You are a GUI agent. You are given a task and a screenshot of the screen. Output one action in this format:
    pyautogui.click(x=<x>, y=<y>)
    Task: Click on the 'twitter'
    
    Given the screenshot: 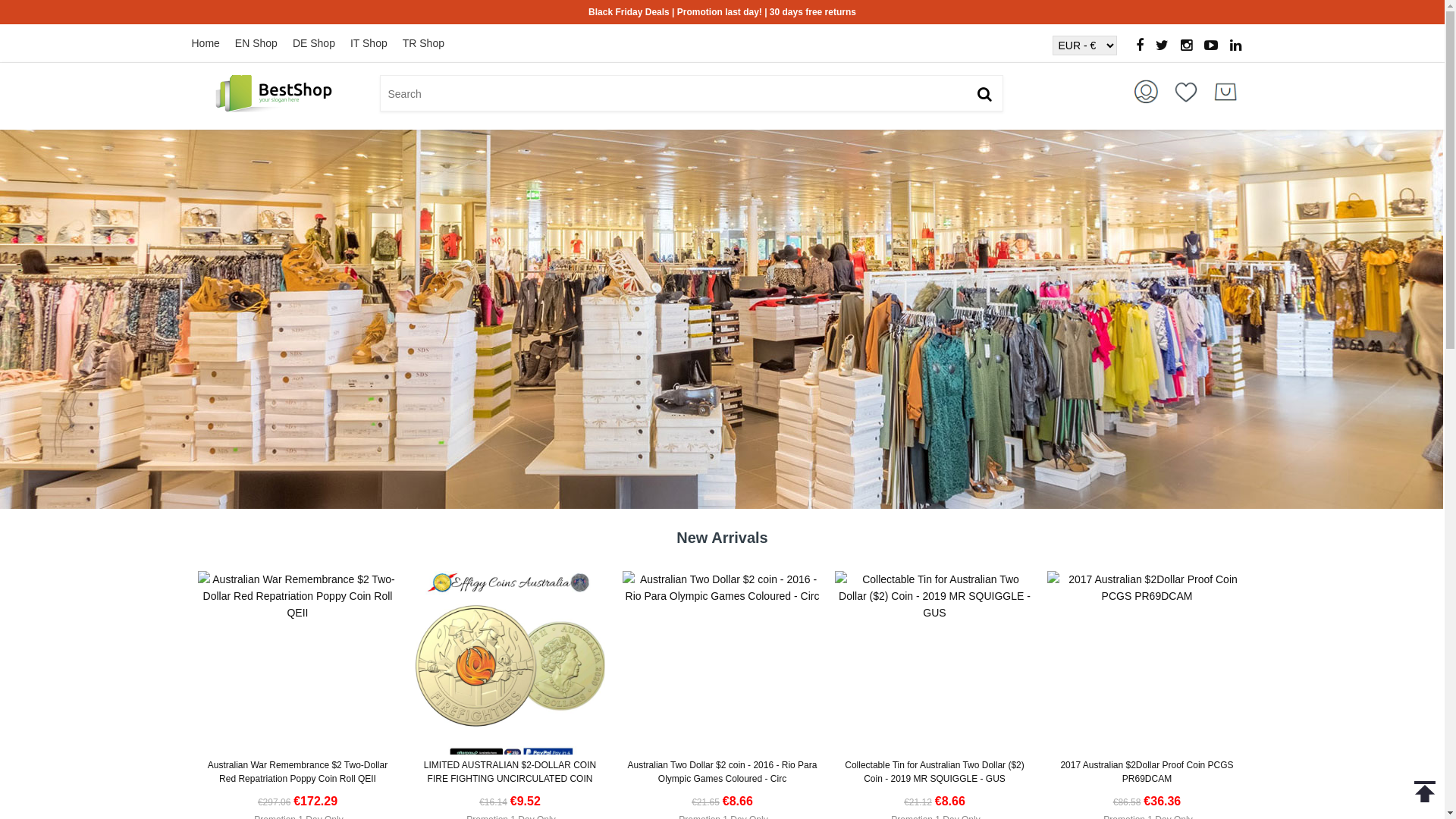 What is the action you would take?
    pyautogui.click(x=1161, y=45)
    